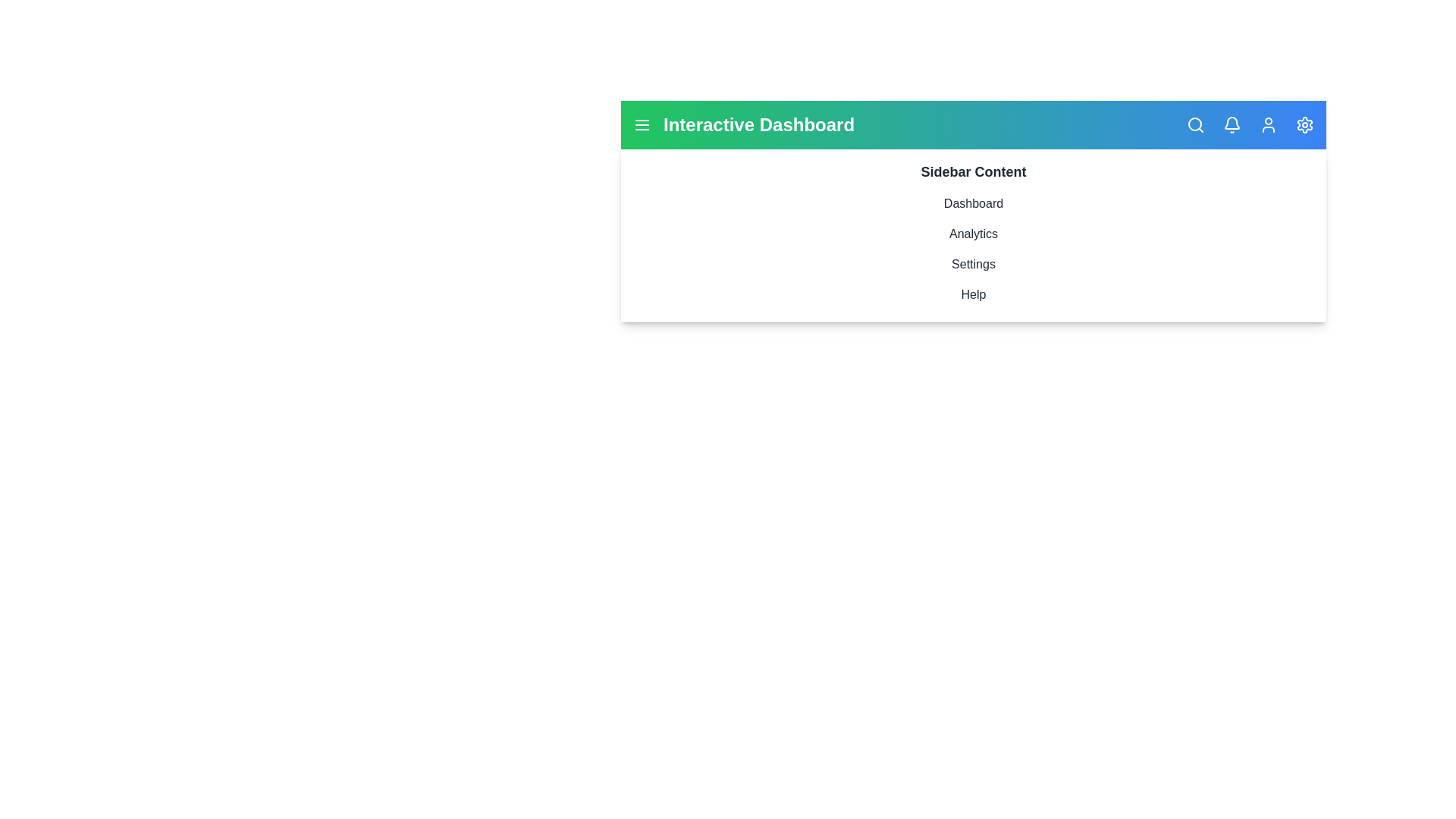  I want to click on the navigation icon Settings, so click(1304, 124).